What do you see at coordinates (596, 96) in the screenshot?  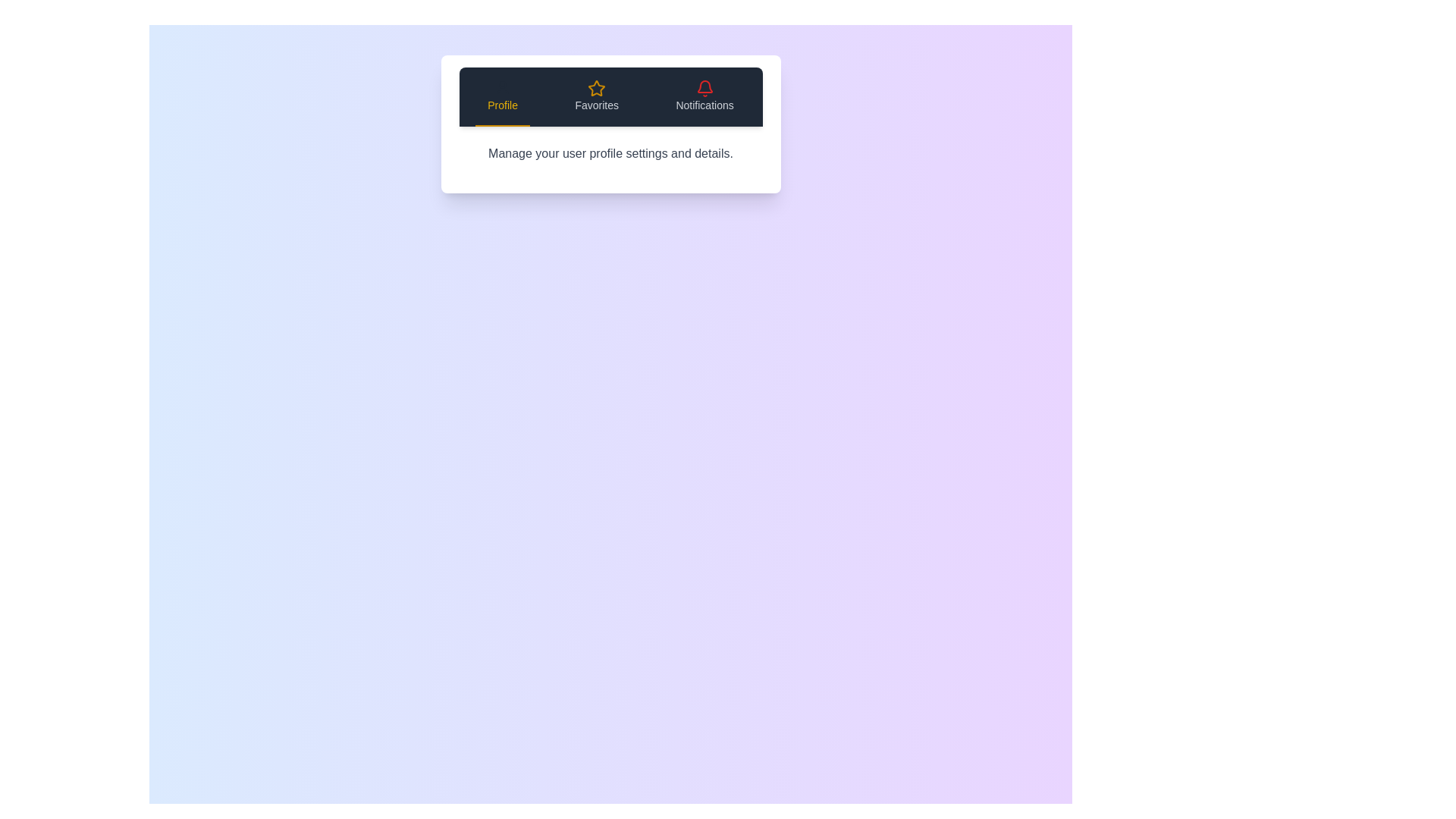 I see `the Favorites tab by clicking on its button` at bounding box center [596, 96].